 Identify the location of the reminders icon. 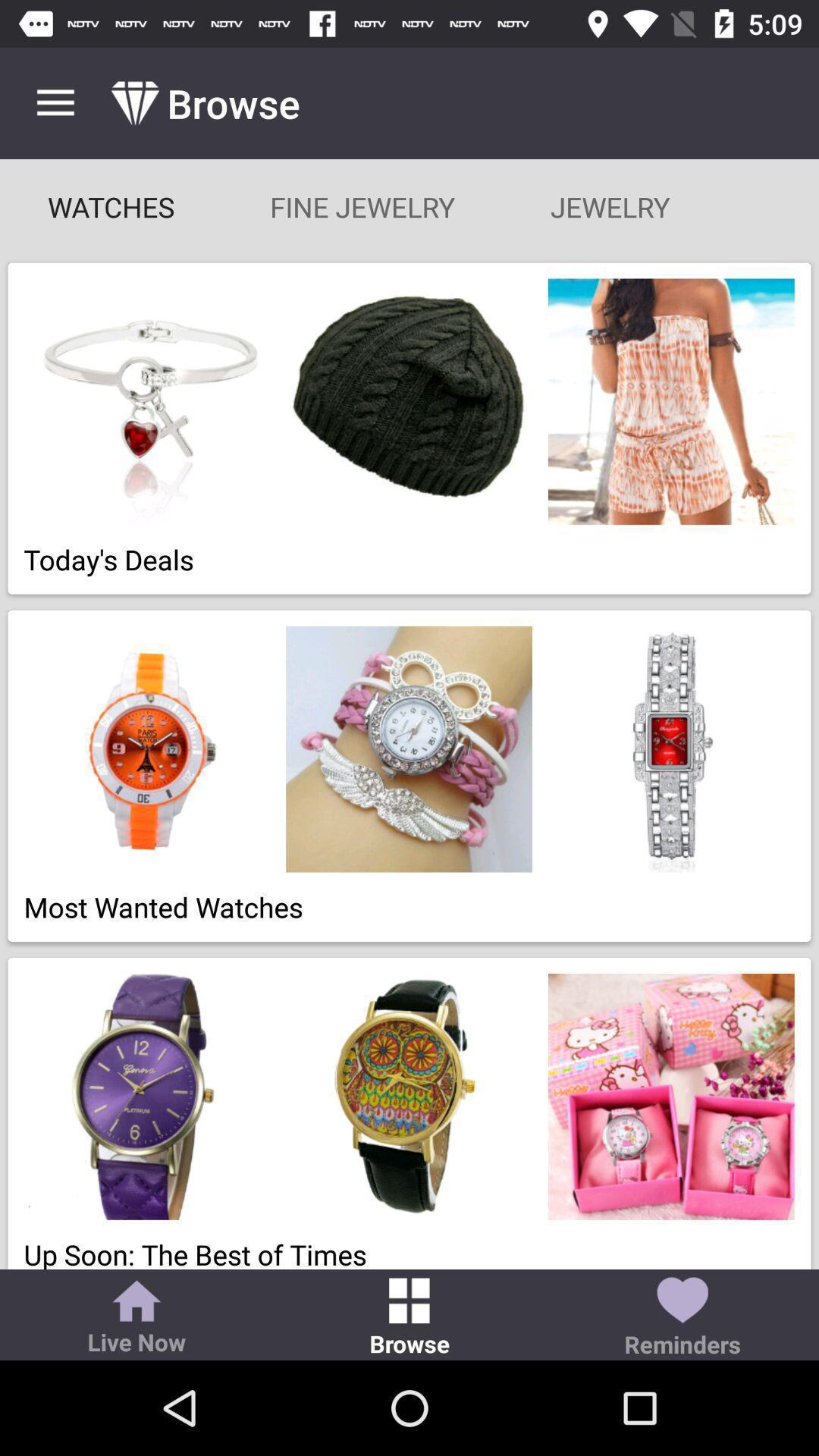
(681, 1318).